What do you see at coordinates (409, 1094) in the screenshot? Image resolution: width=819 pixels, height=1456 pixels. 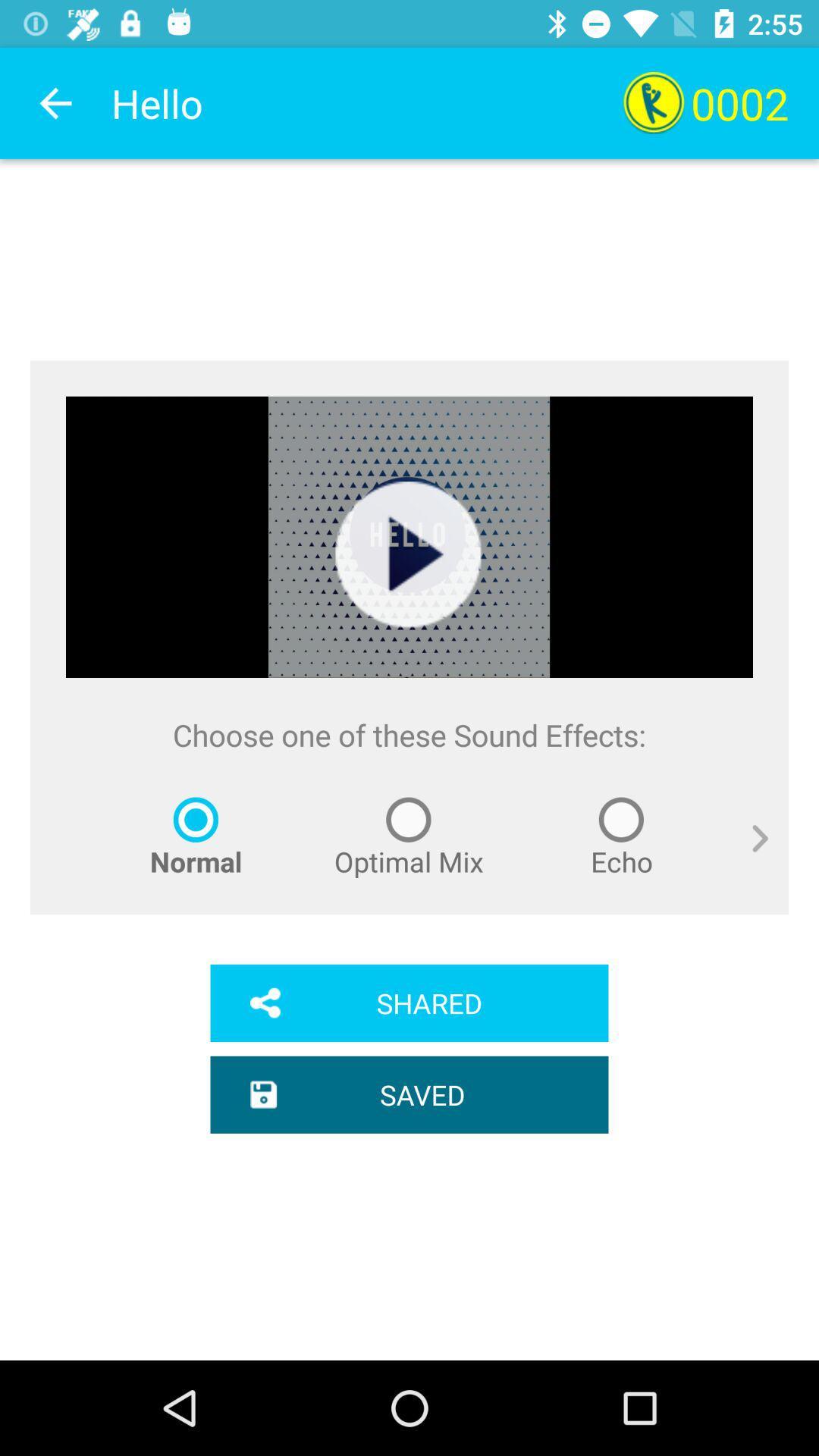 I see `saved item` at bounding box center [409, 1094].